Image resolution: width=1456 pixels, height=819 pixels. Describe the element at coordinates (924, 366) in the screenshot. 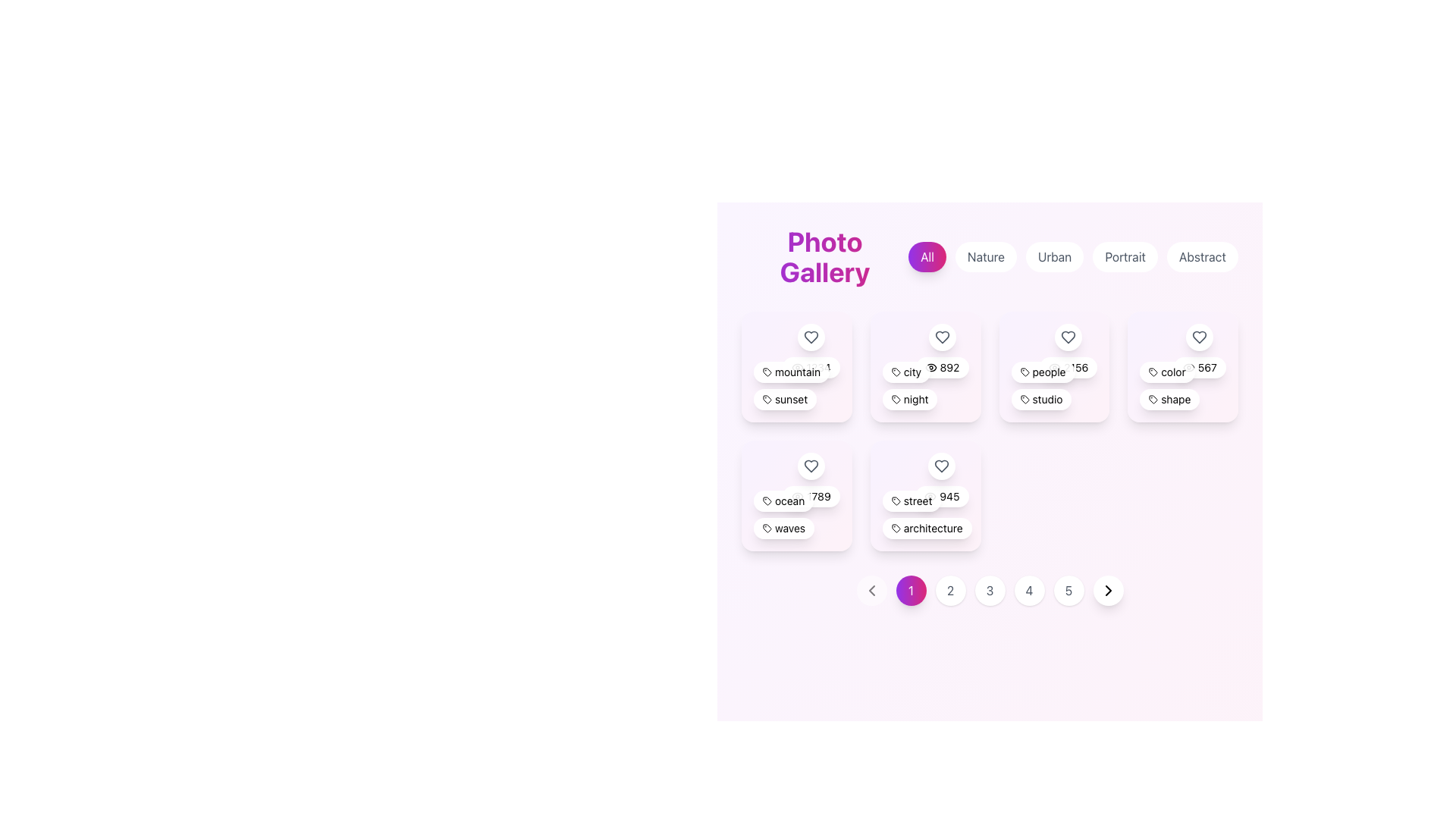

I see `the heart-shaped icon on the second card in the second row of the grid layout to mark it as a favorite` at that location.